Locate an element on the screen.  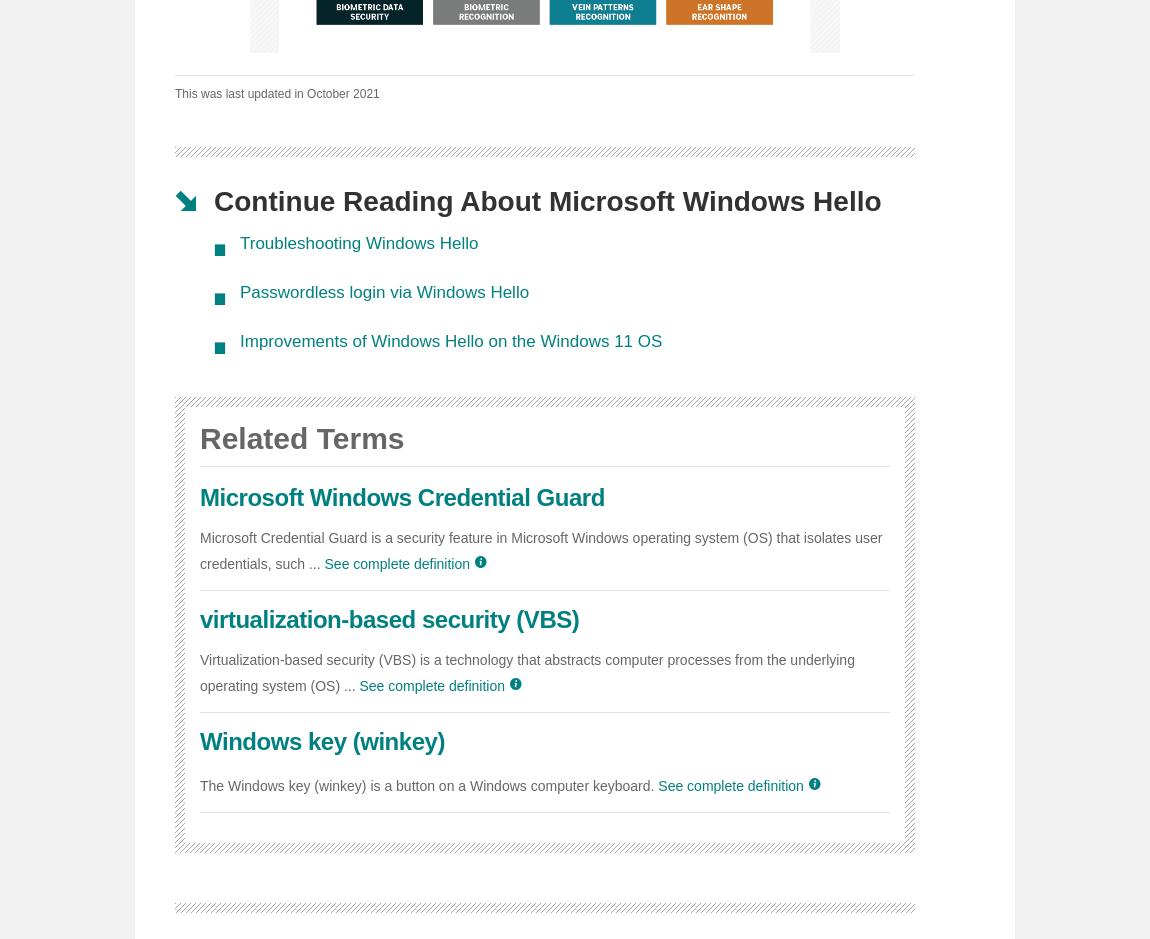
'Continue Reading About Microsoft Windows Hello' is located at coordinates (547, 200).